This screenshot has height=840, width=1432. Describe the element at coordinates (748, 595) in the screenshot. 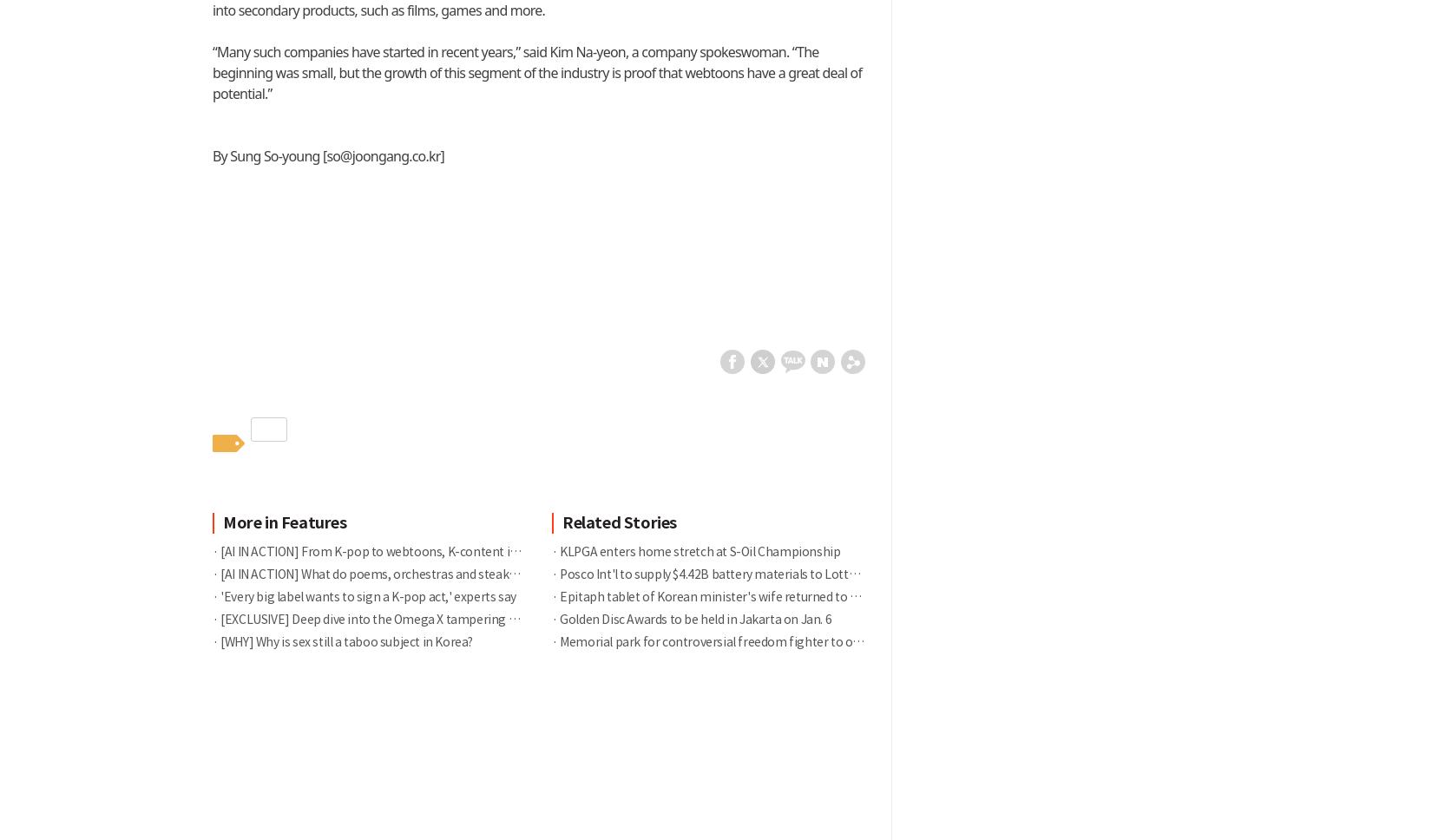

I see `'Epitaph tablet of Korean minister's wife returned to her descendants'` at that location.